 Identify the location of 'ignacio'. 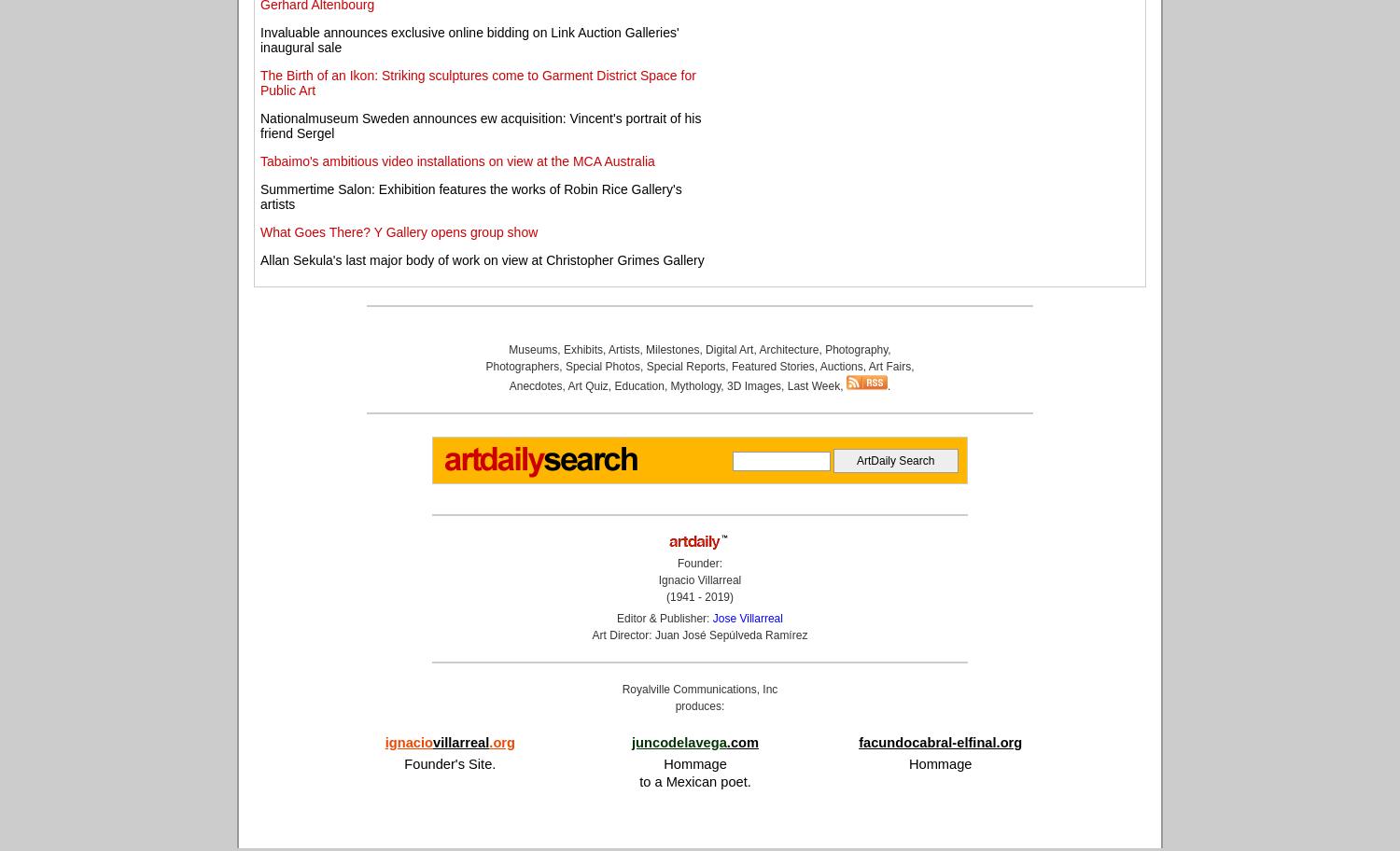
(409, 741).